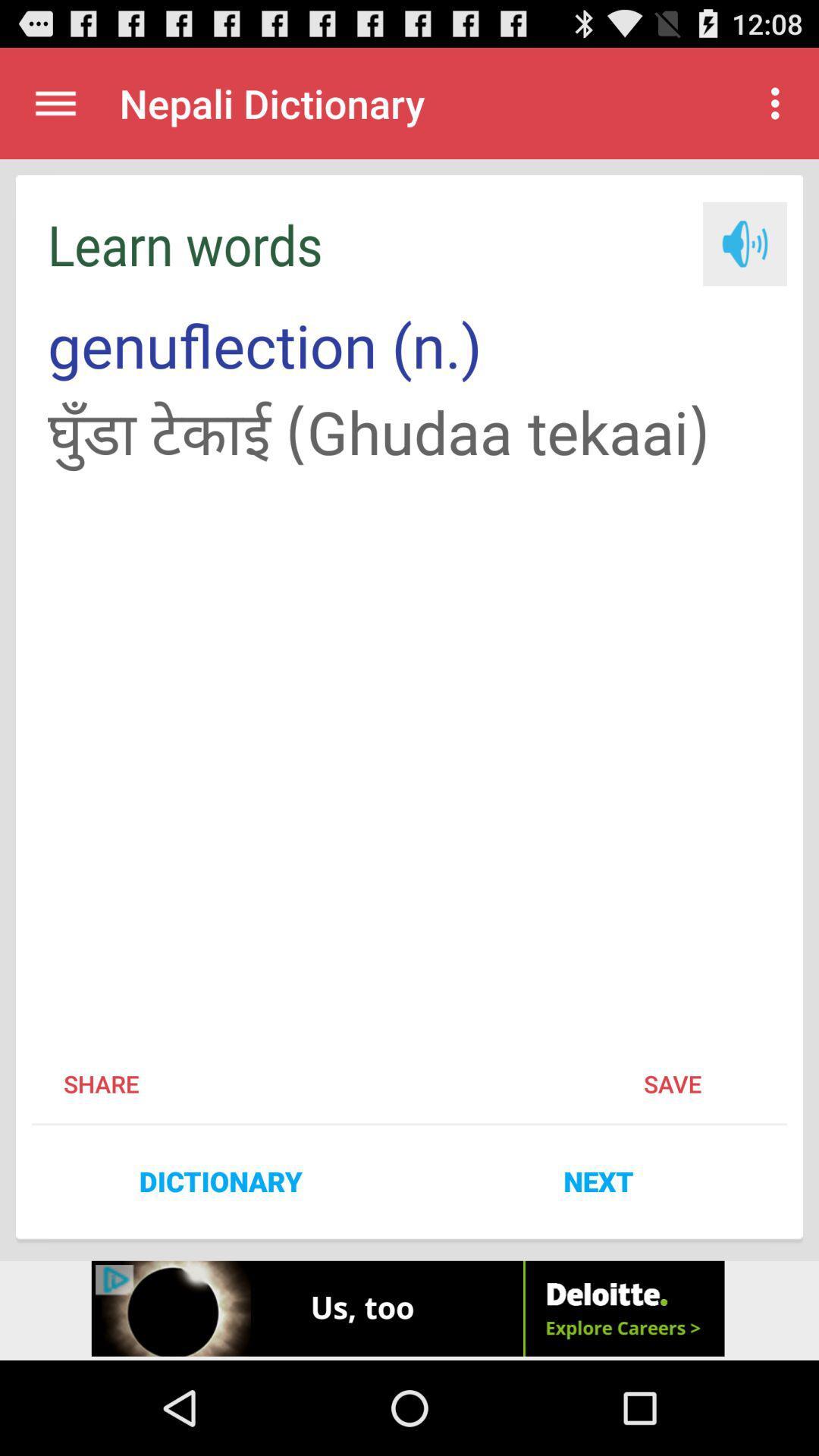 Image resolution: width=819 pixels, height=1456 pixels. Describe the element at coordinates (744, 243) in the screenshot. I see `volume` at that location.